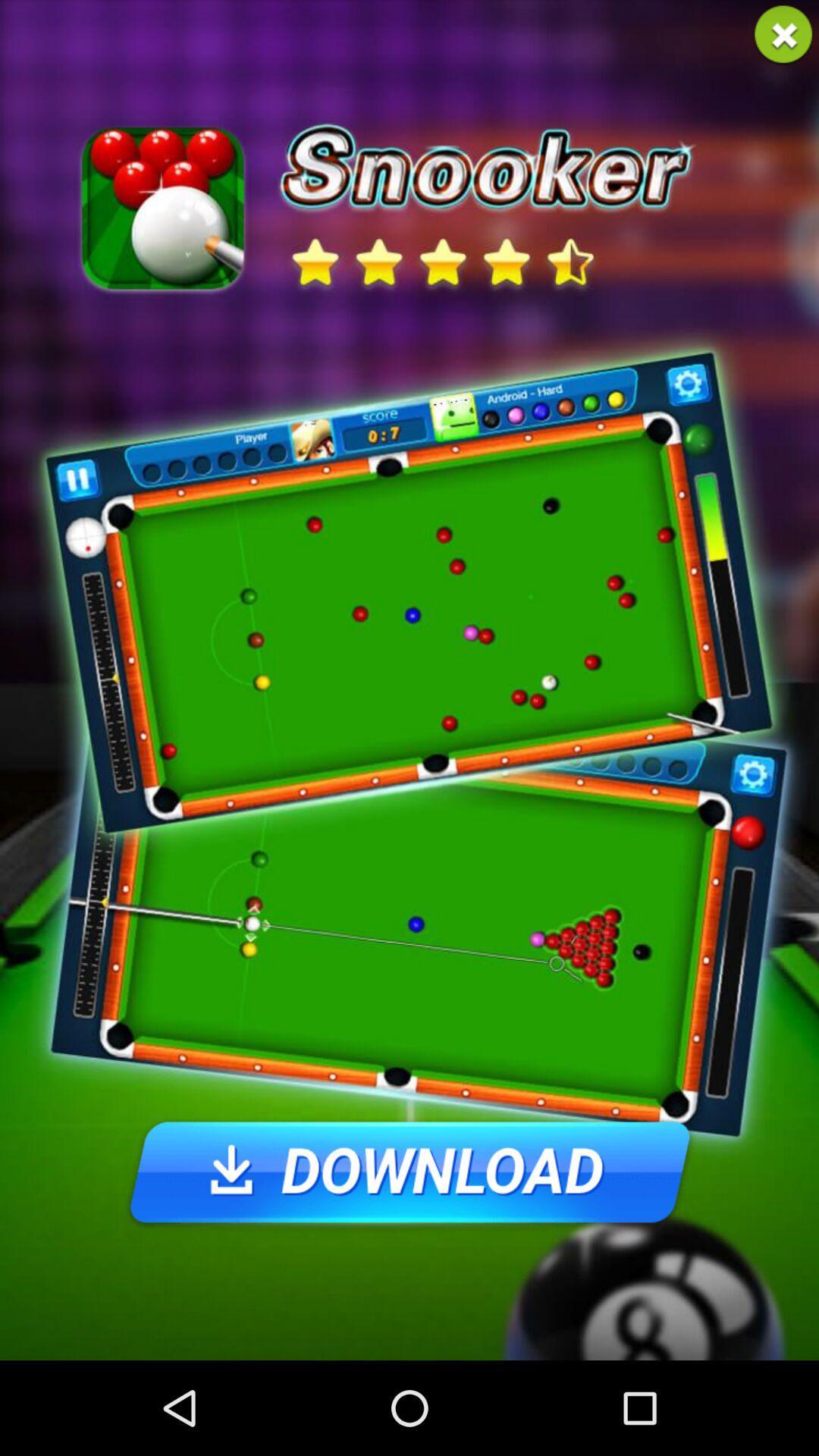  Describe the element at coordinates (783, 35) in the screenshot. I see `the banner` at that location.